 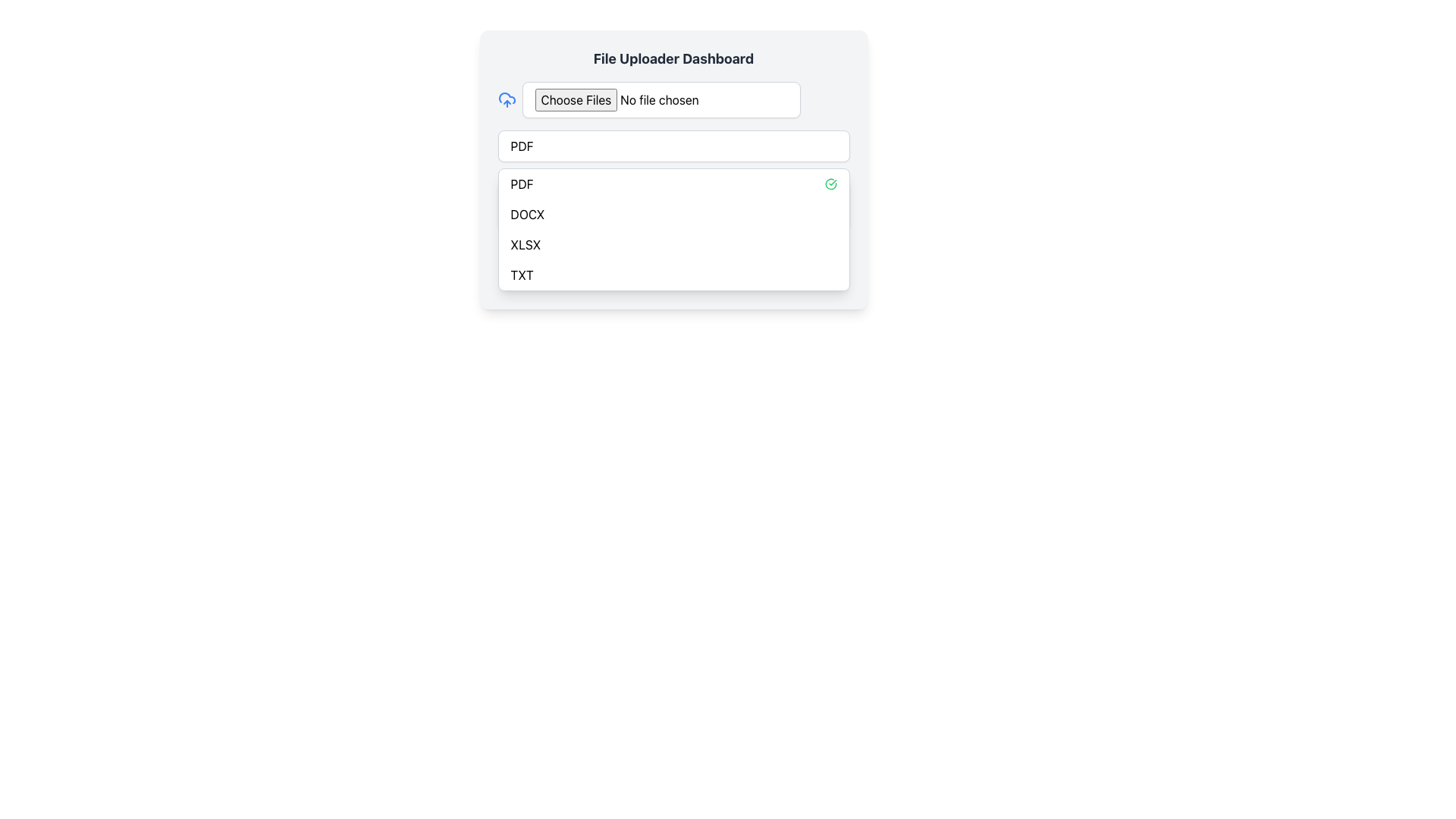 What do you see at coordinates (673, 214) in the screenshot?
I see `the 'DOCX' list item in the dropdown menu, which is the second option and styled with a bold font and hover effect` at bounding box center [673, 214].